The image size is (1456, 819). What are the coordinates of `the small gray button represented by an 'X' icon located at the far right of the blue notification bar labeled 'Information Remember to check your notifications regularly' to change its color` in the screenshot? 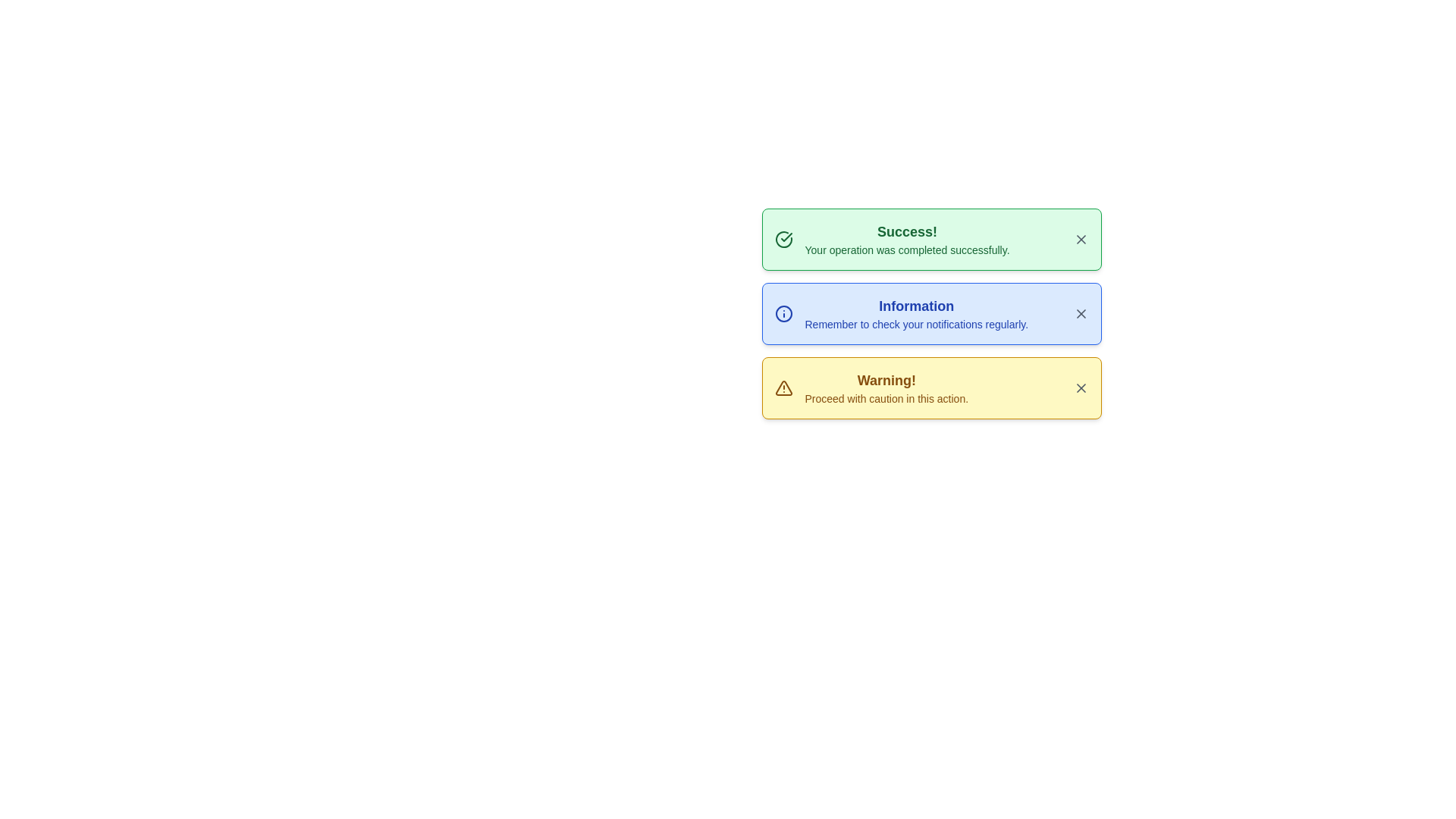 It's located at (1080, 312).